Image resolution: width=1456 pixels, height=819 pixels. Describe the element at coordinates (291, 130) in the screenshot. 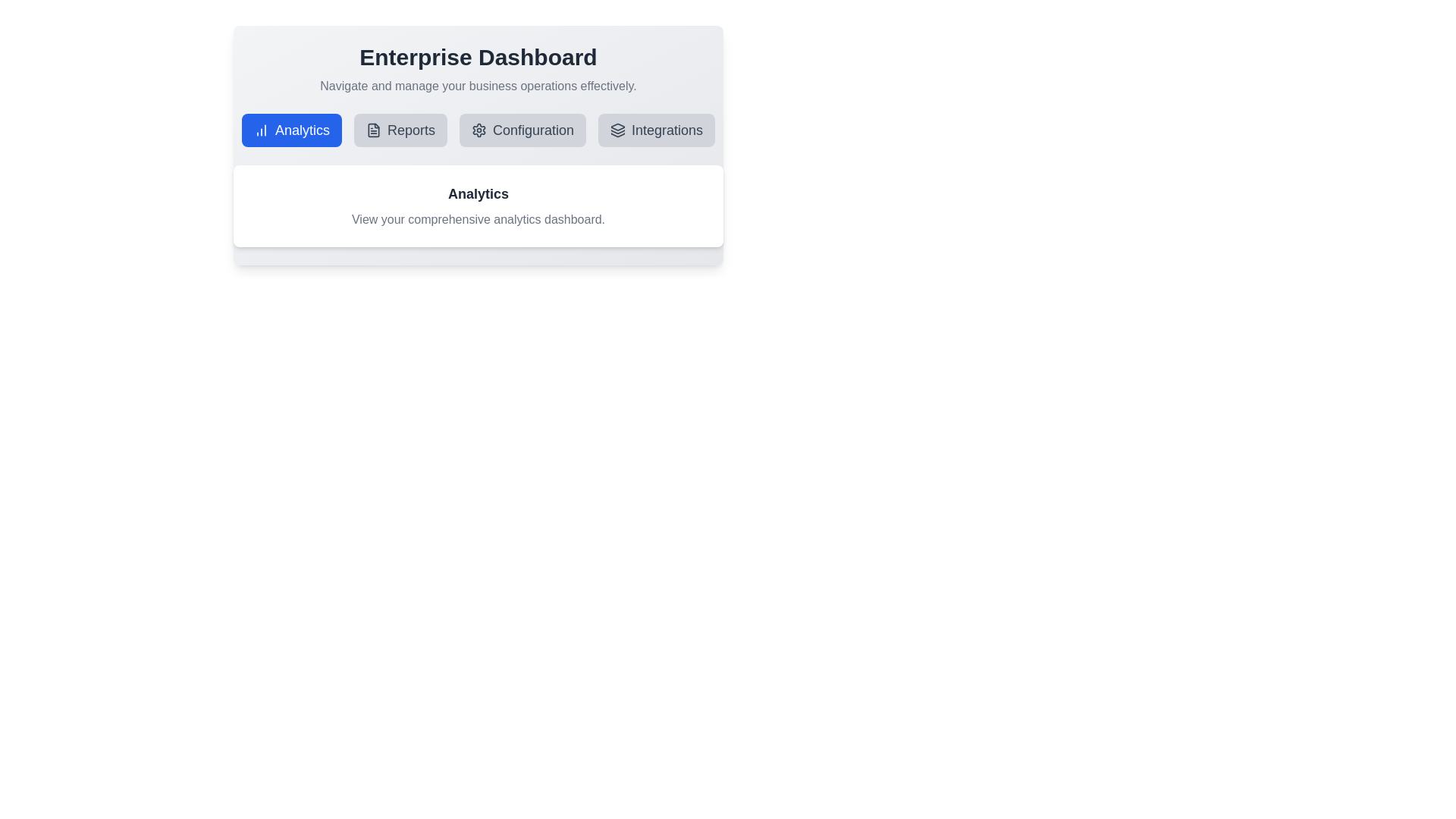

I see `the tab labeled Analytics` at that location.